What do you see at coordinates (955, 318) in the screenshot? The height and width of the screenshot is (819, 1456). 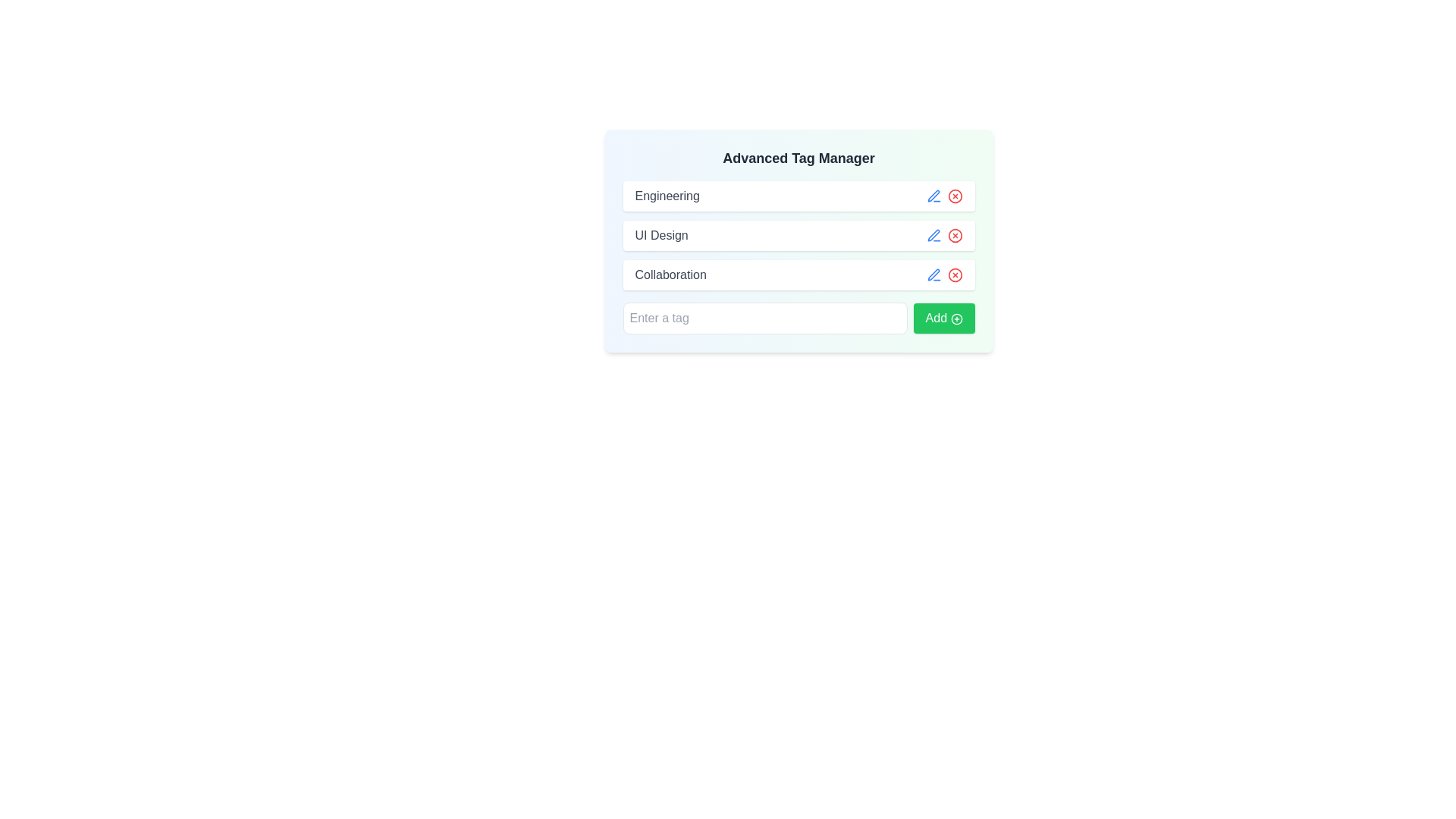 I see `the 'Add' icon located at the bottom-right corner of the 'Add' button, which visually represents the 'Add' action` at bounding box center [955, 318].